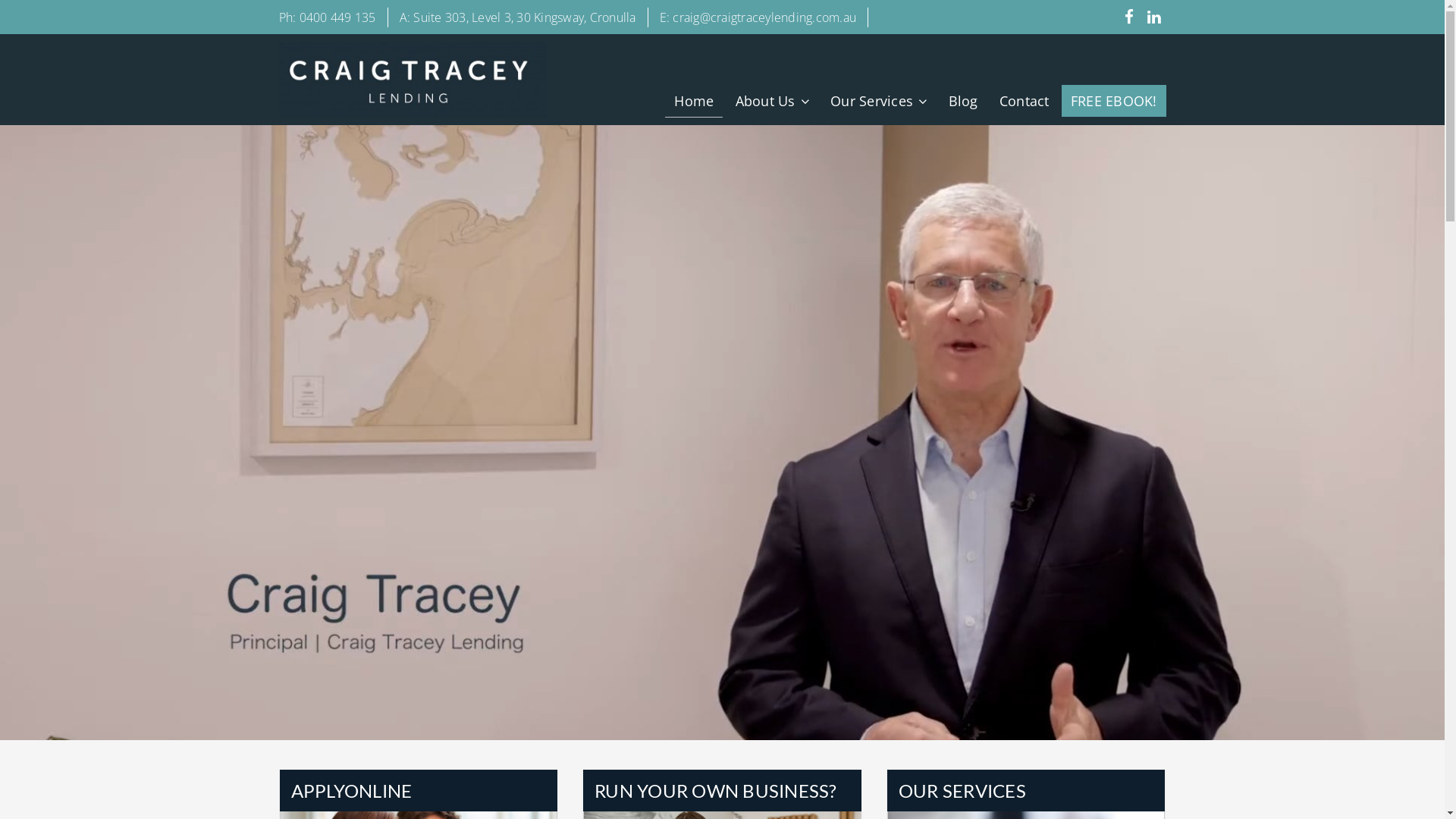 This screenshot has height=819, width=1456. I want to click on 'Join us on Linked-In', so click(1153, 18).